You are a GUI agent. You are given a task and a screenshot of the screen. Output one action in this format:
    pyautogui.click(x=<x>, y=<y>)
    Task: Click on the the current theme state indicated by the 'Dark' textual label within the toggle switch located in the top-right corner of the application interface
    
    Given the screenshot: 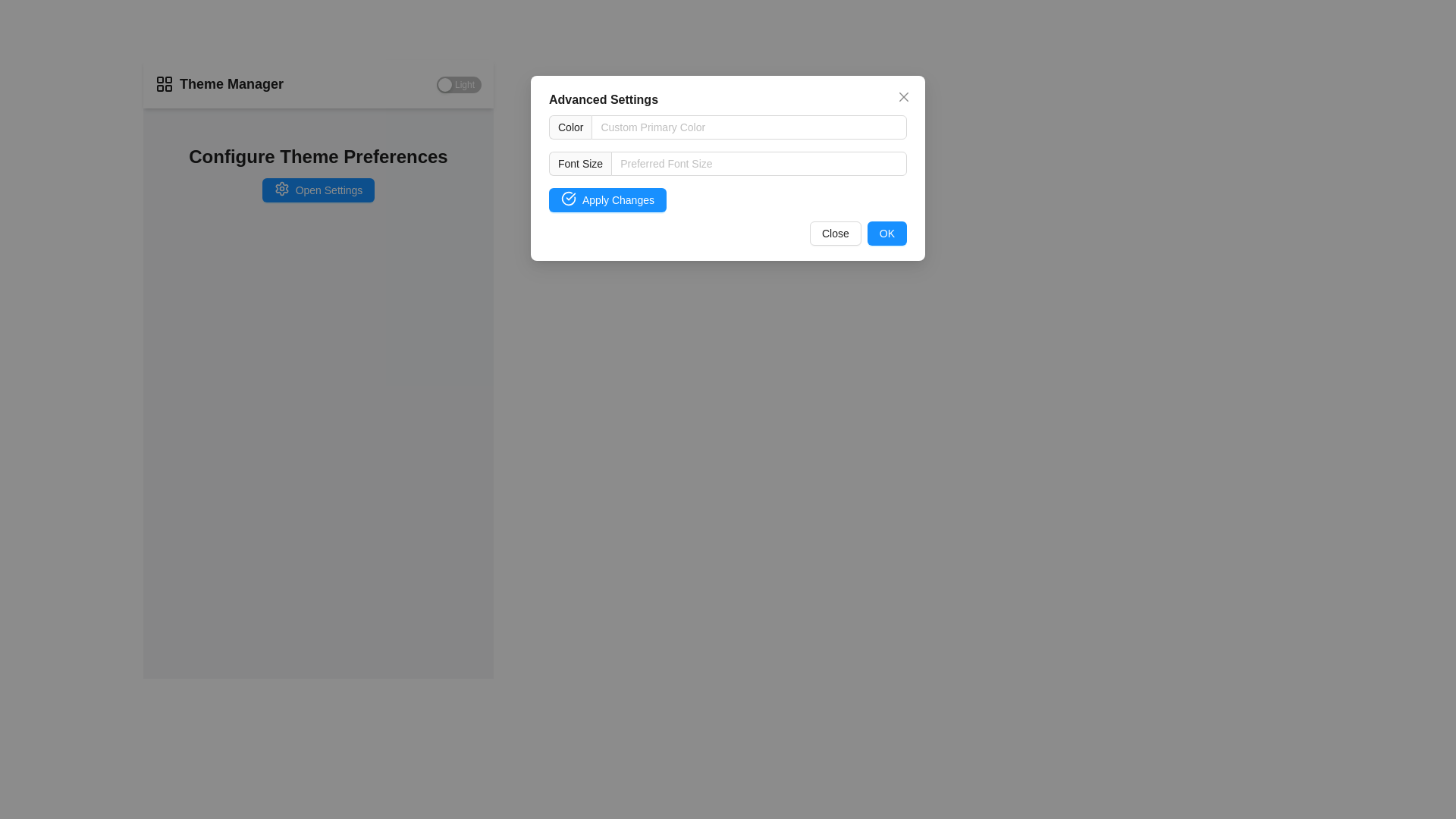 What is the action you would take?
    pyautogui.click(x=425, y=85)
    